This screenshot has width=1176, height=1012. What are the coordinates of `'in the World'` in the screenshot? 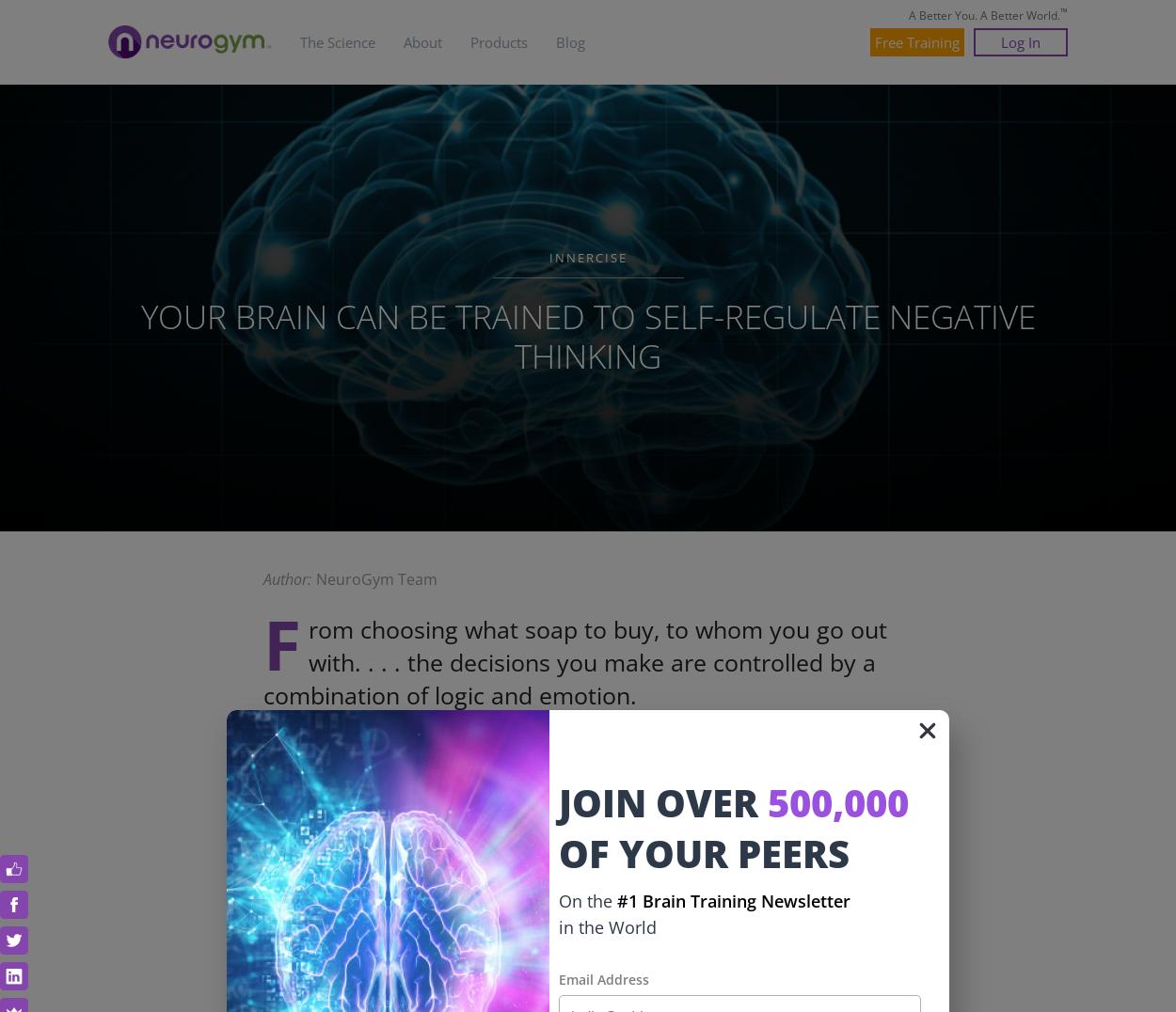 It's located at (608, 925).